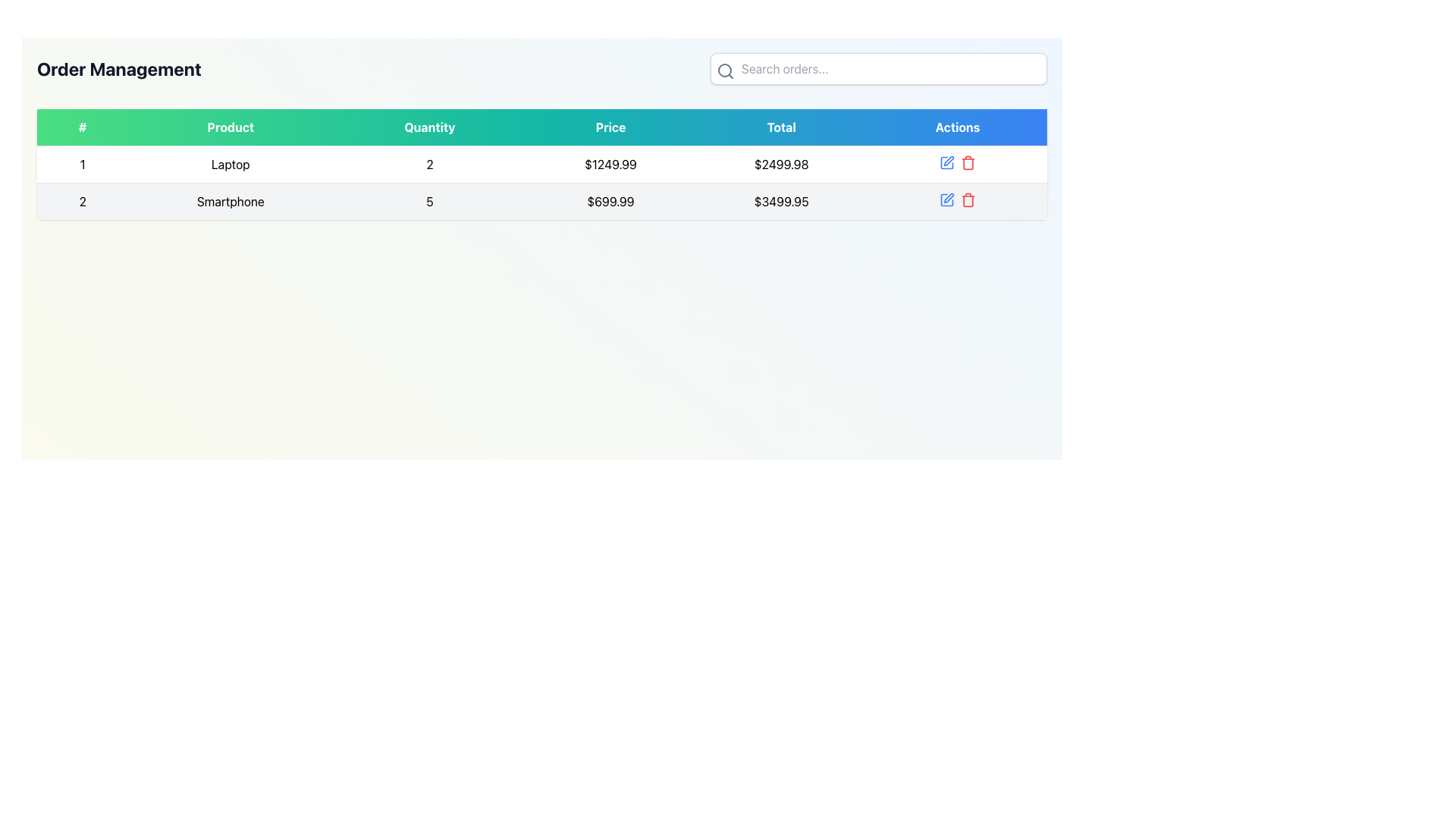 The width and height of the screenshot is (1456, 819). Describe the element at coordinates (428, 127) in the screenshot. I see `the 'Quantity' table column header, which is the third header in the top row of a table, displayed in bold white text on a green background, centrally aligned in its cell` at that location.